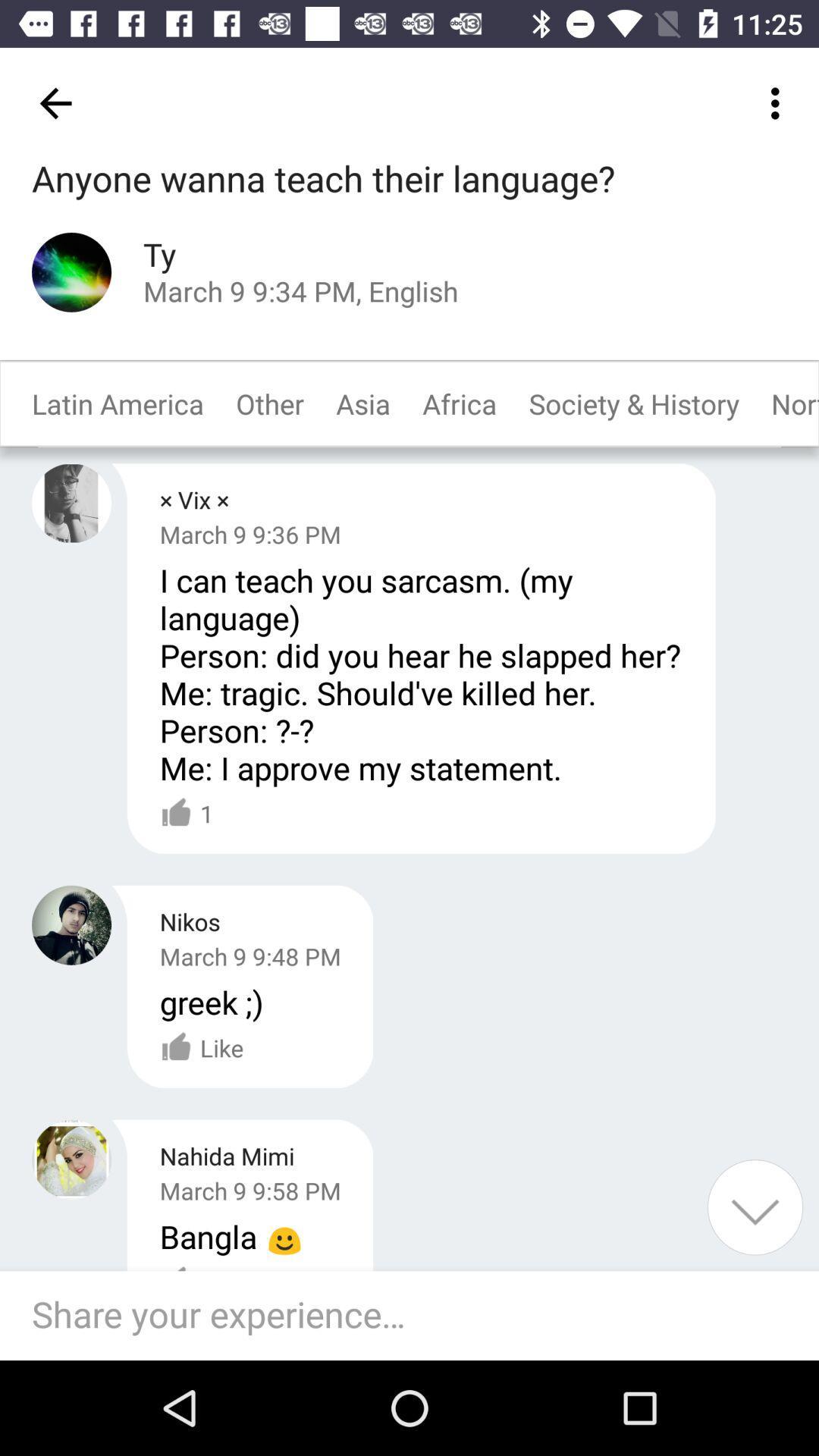  Describe the element at coordinates (186, 813) in the screenshot. I see `item above the nikos` at that location.